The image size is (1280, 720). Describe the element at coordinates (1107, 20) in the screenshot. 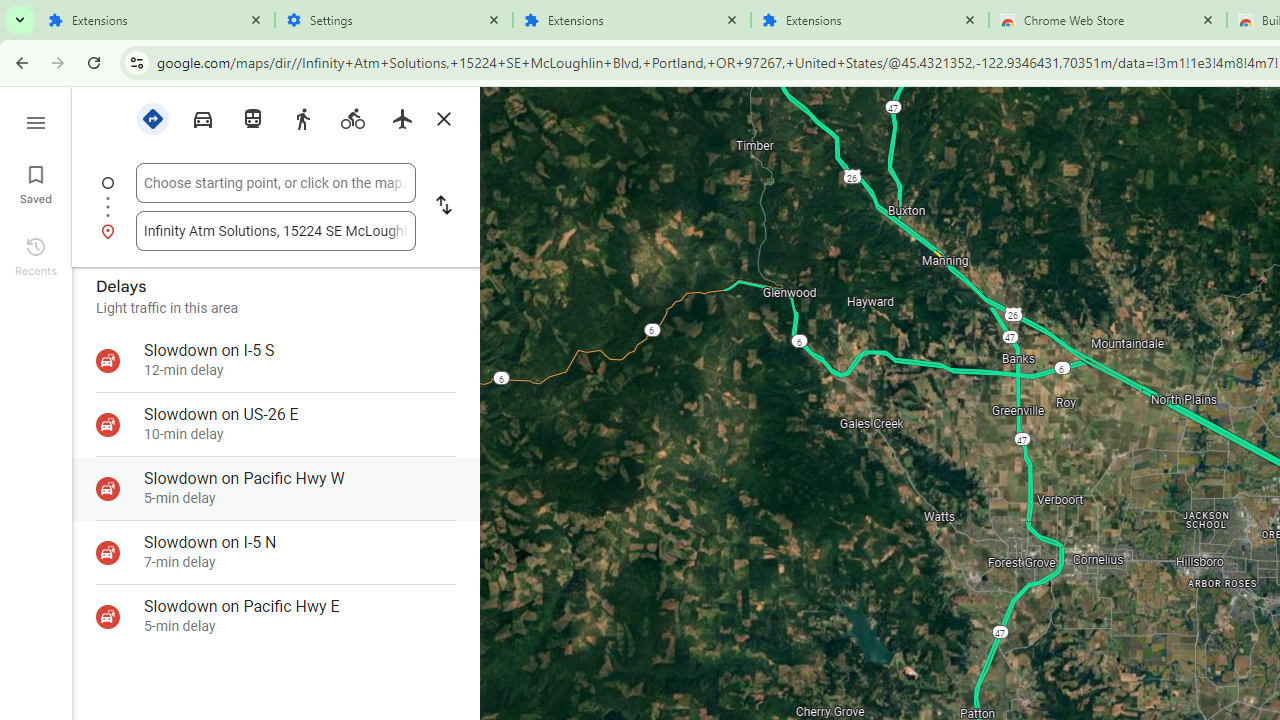

I see `'Chrome Web Store'` at that location.